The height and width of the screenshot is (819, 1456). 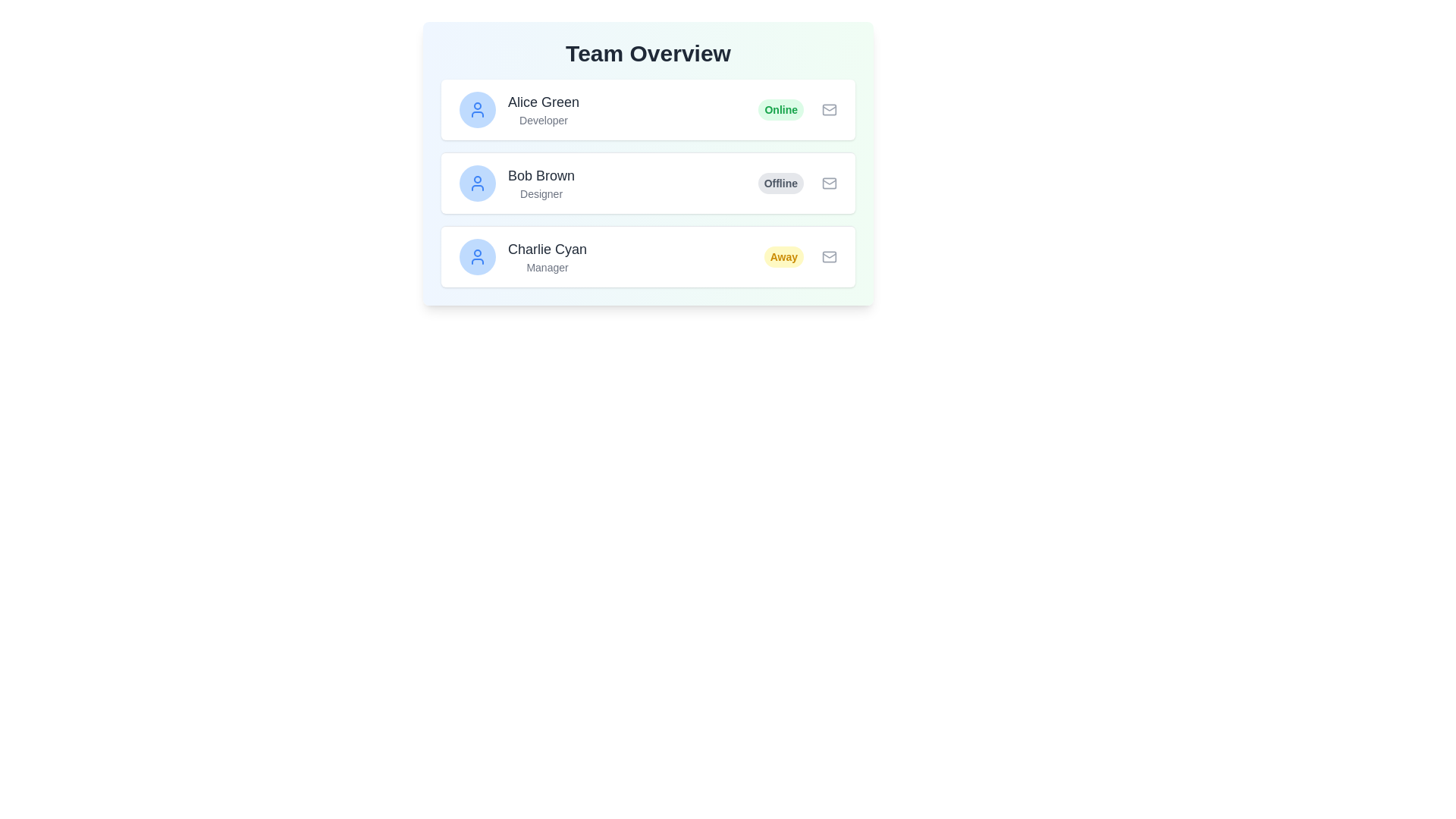 I want to click on the main rectangular body of the envelope icon associated with 'Bob Brown, Designer' in the user status card list, so click(x=829, y=183).